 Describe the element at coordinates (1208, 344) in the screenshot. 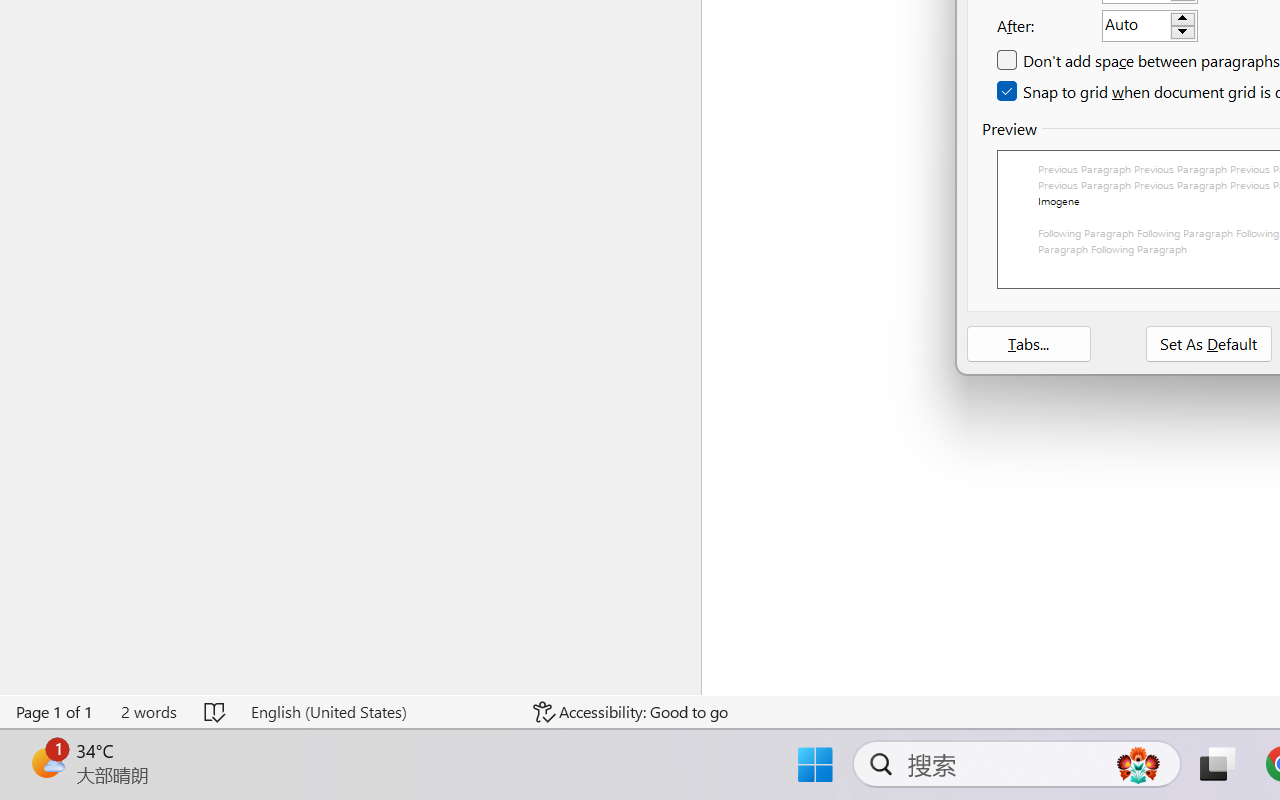

I see `'Set As Default'` at that location.